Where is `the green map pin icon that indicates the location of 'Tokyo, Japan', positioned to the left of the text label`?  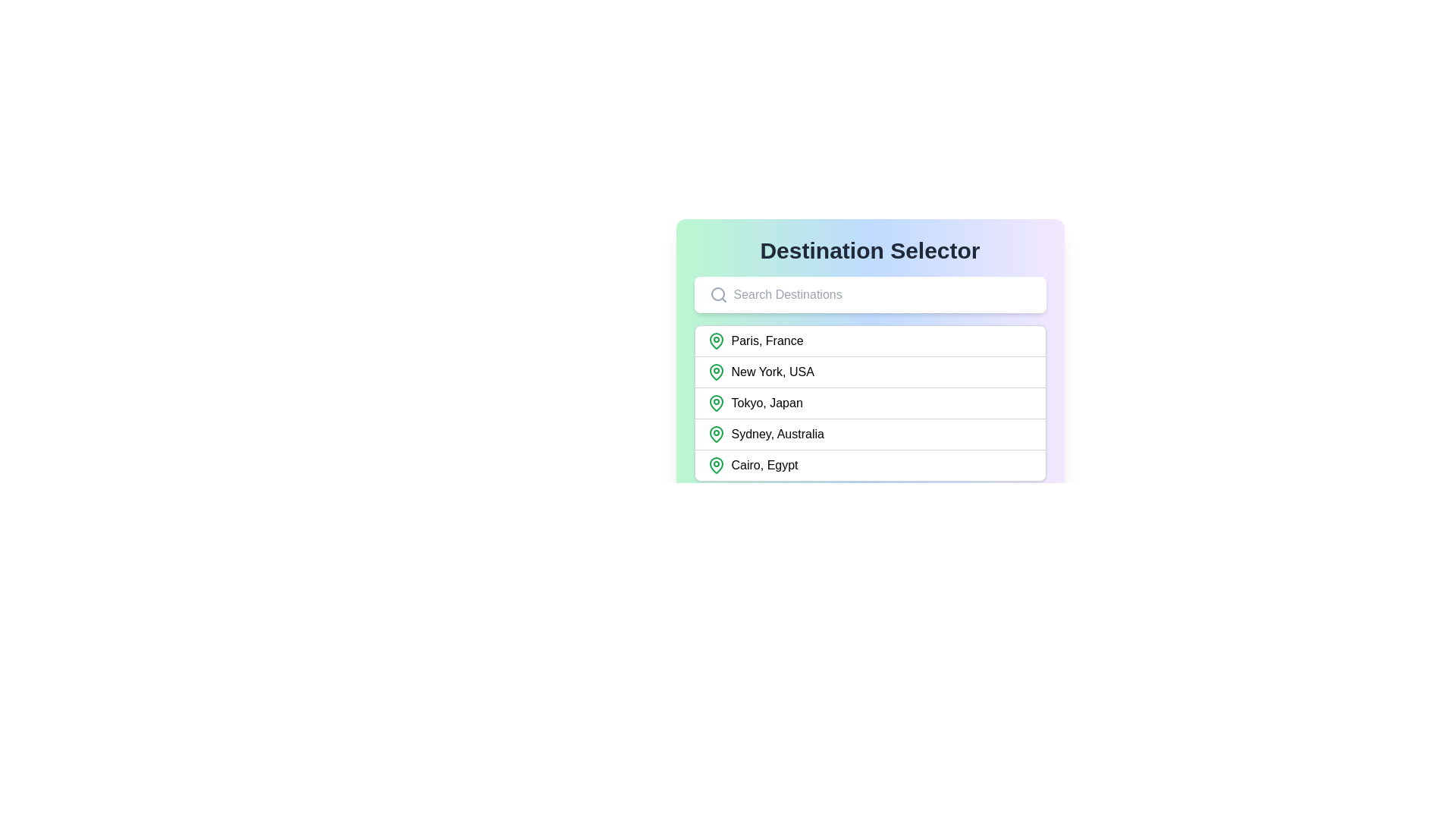
the green map pin icon that indicates the location of 'Tokyo, Japan', positioned to the left of the text label is located at coordinates (715, 403).